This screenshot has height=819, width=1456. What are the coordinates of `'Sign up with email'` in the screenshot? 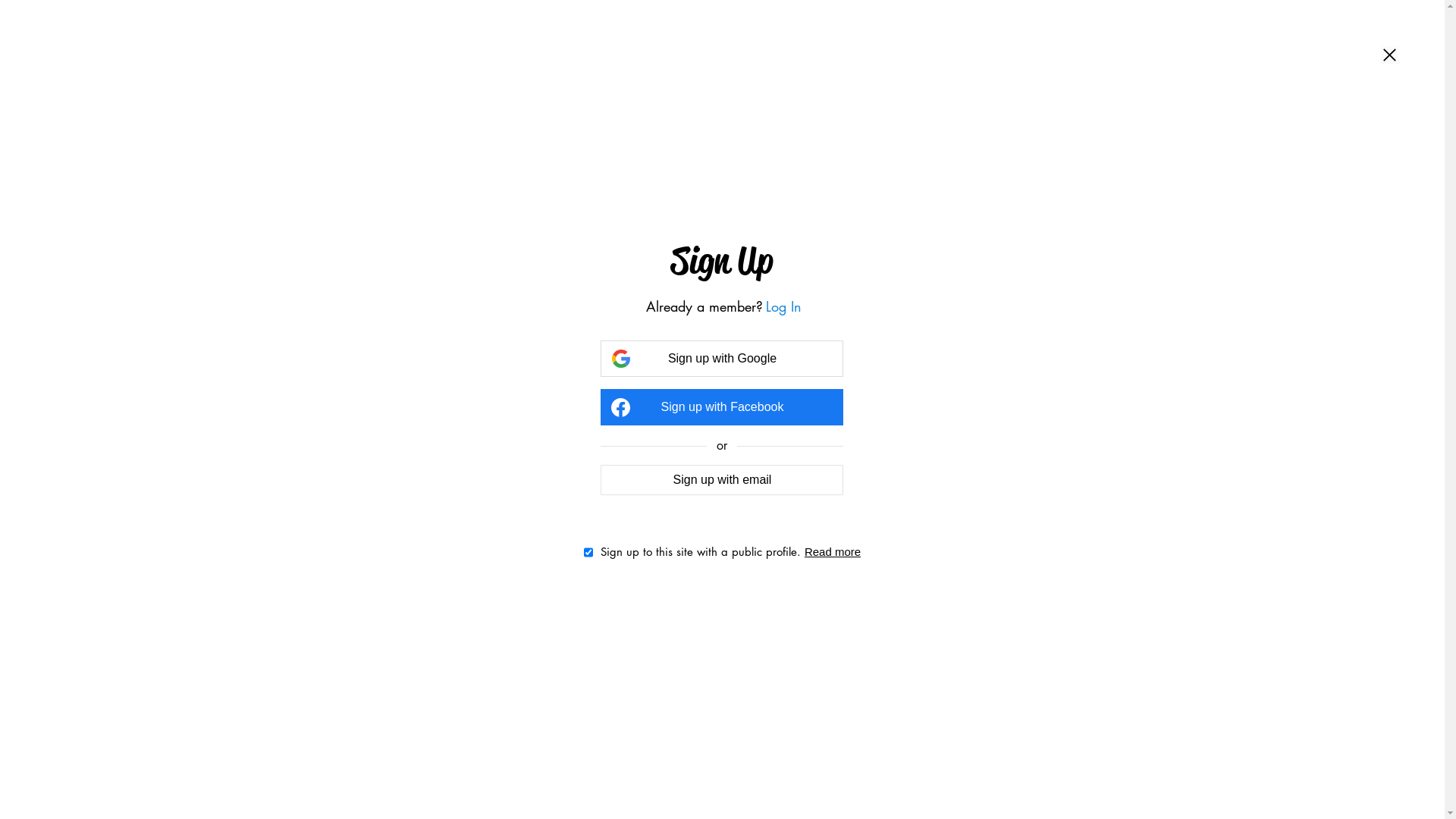 It's located at (720, 479).